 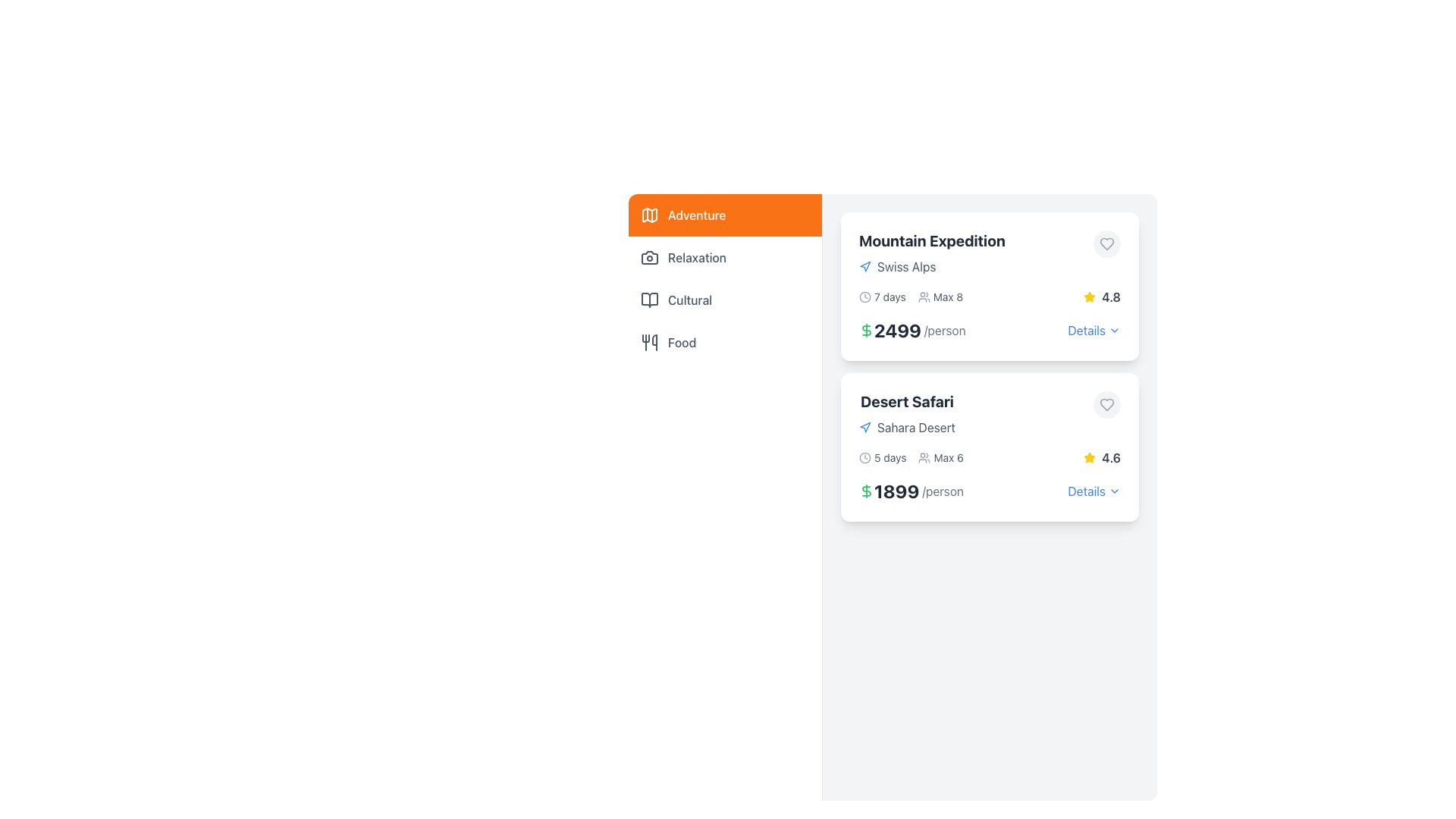 What do you see at coordinates (990, 457) in the screenshot?
I see `the items within the Informational panel located in the second travel card 'Desert Safari', below the main title and subtitle, aligned horizontally with the rating info on the right` at bounding box center [990, 457].